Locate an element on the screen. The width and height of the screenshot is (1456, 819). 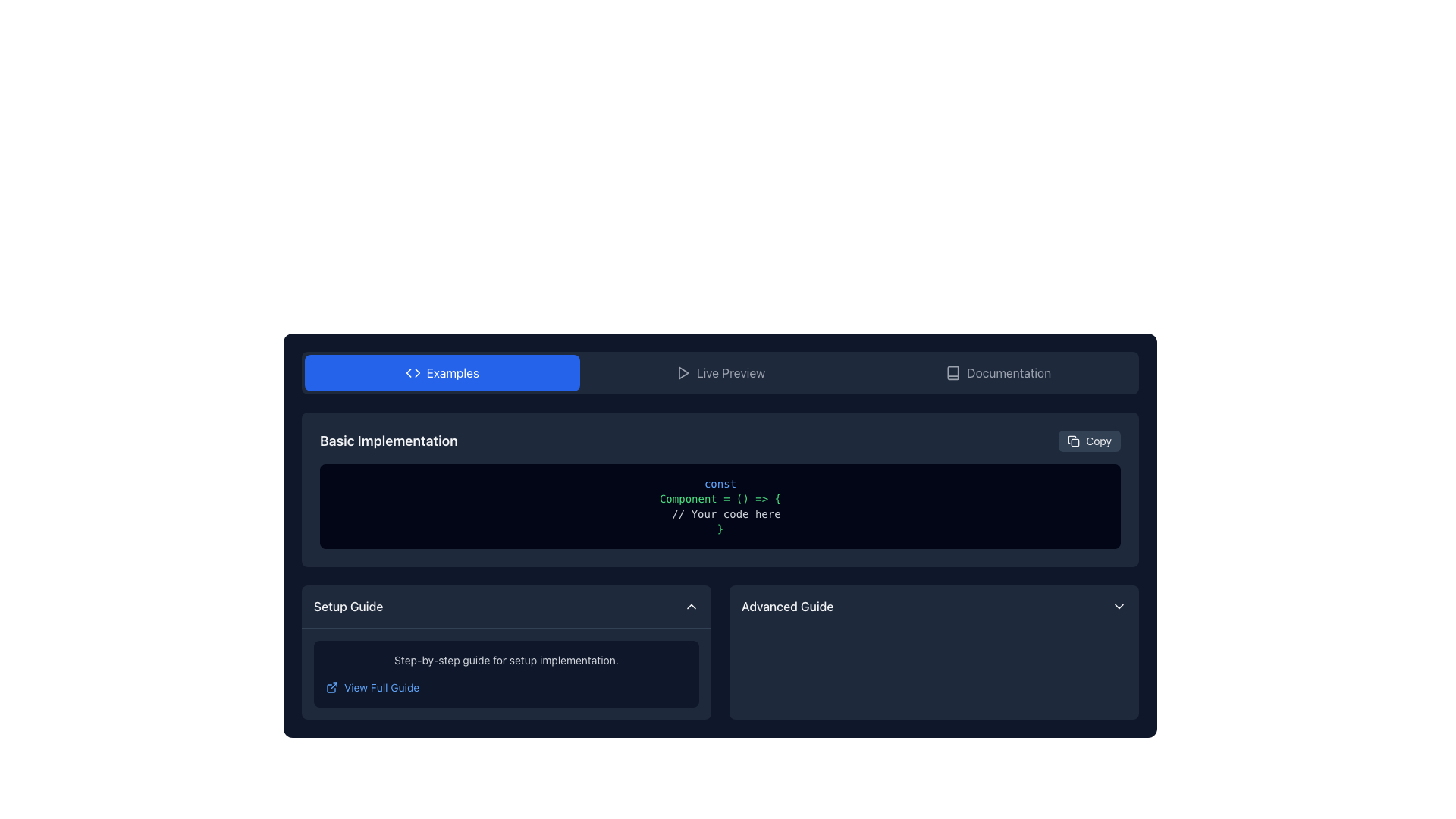
the button located in the top-right corner of the 'Basic Implementation' section to copy the associated content is located at coordinates (1089, 441).